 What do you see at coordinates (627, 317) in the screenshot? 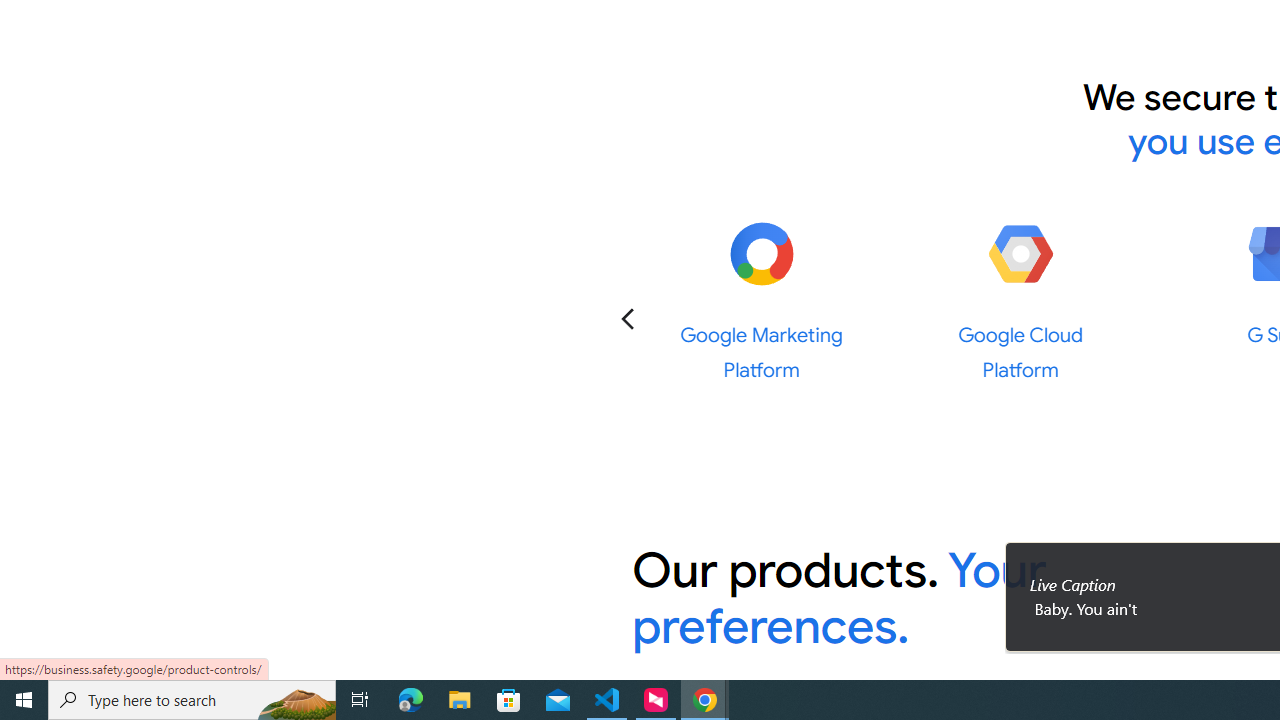
I see `'Go to the previous slide'` at bounding box center [627, 317].